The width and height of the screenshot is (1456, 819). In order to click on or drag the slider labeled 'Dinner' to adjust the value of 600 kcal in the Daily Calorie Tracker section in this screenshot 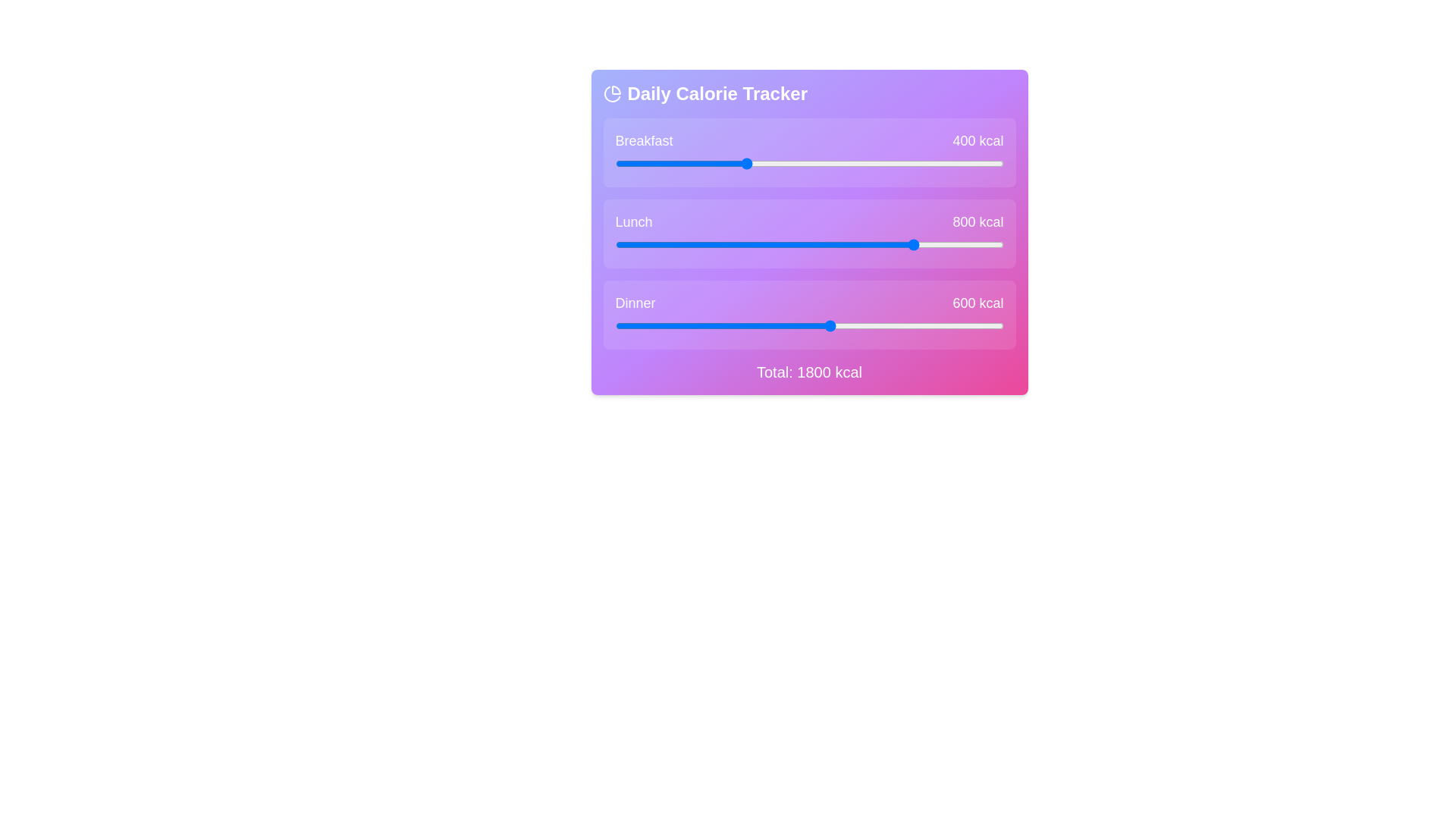, I will do `click(808, 314)`.